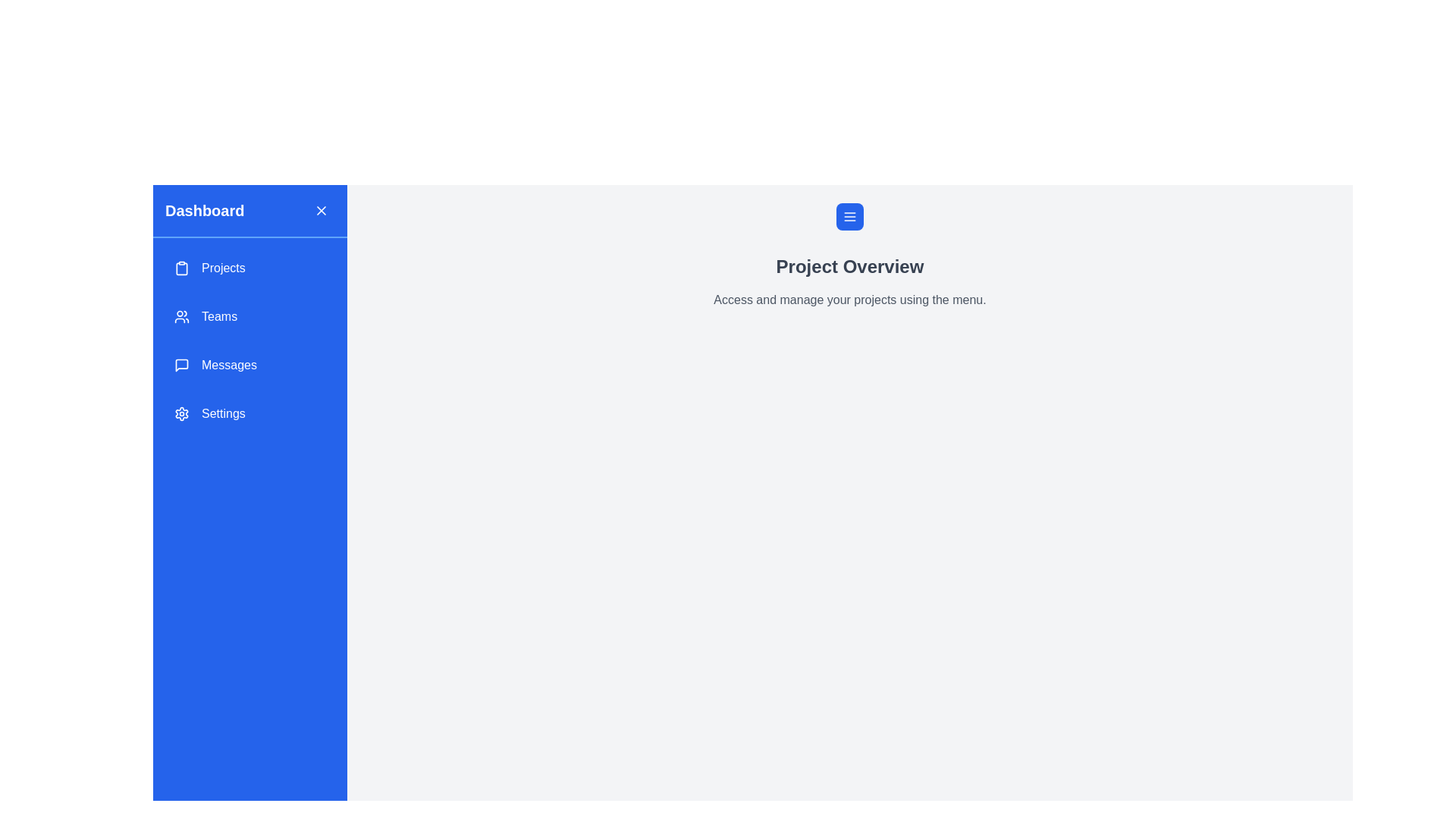  I want to click on the 'Projects' icon in the left sidebar menu, so click(182, 268).